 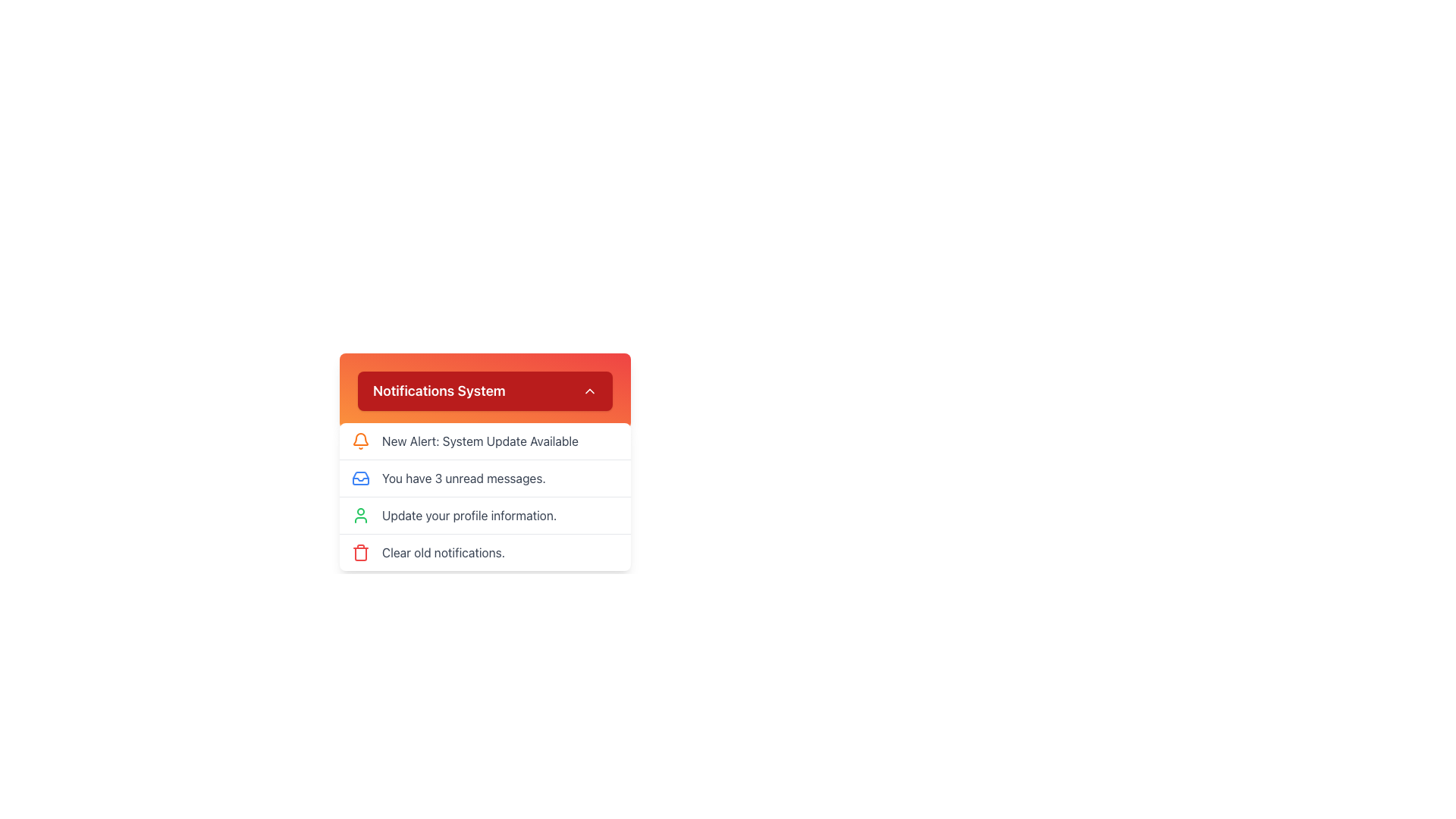 I want to click on the first notification item in the vertical notification dropdown list, which alerts users about a system update, so click(x=484, y=441).